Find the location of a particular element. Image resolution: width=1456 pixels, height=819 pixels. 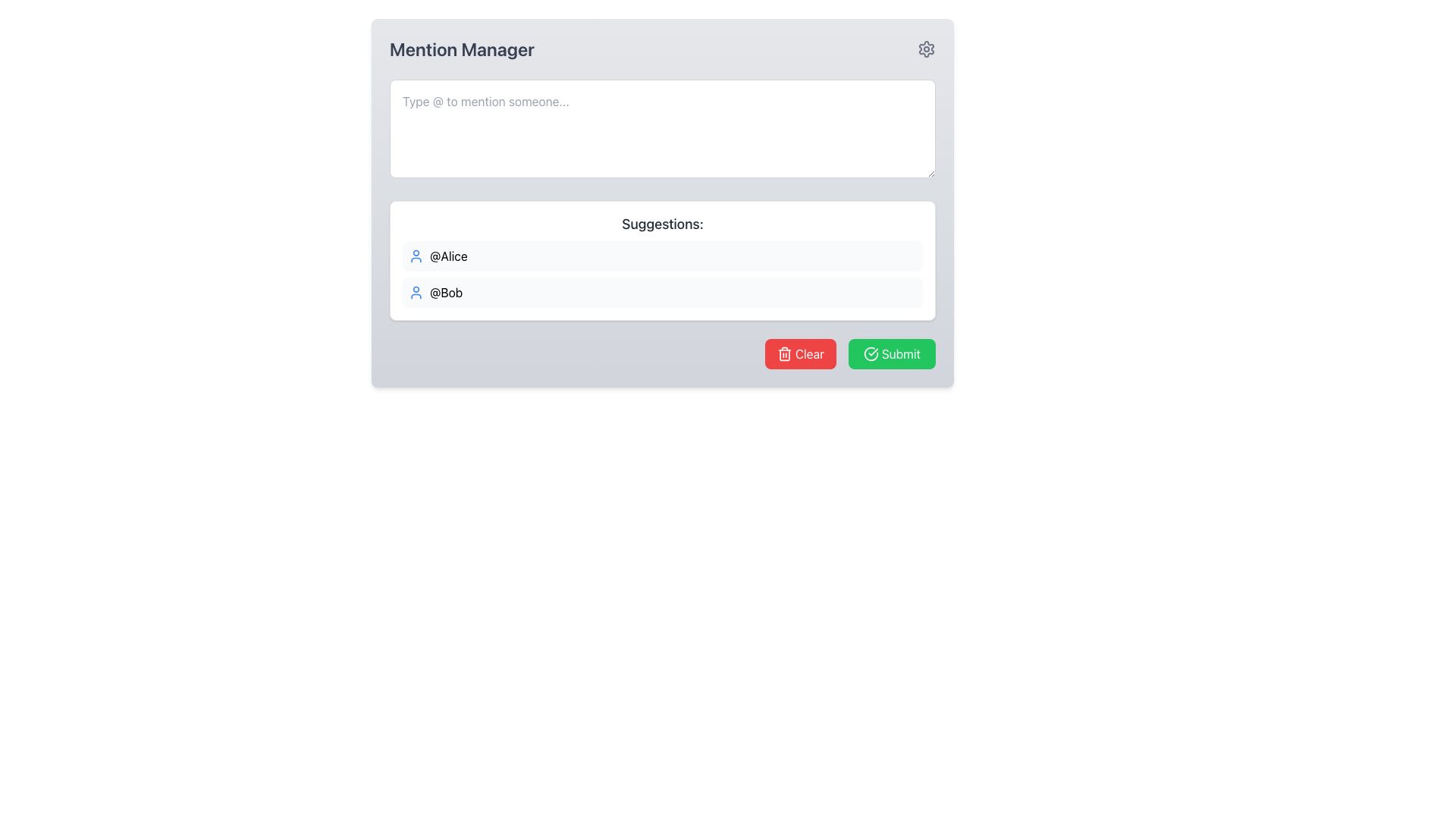

the text label '@Bob' positioned in the second entry of the suggestions list is located at coordinates (445, 292).